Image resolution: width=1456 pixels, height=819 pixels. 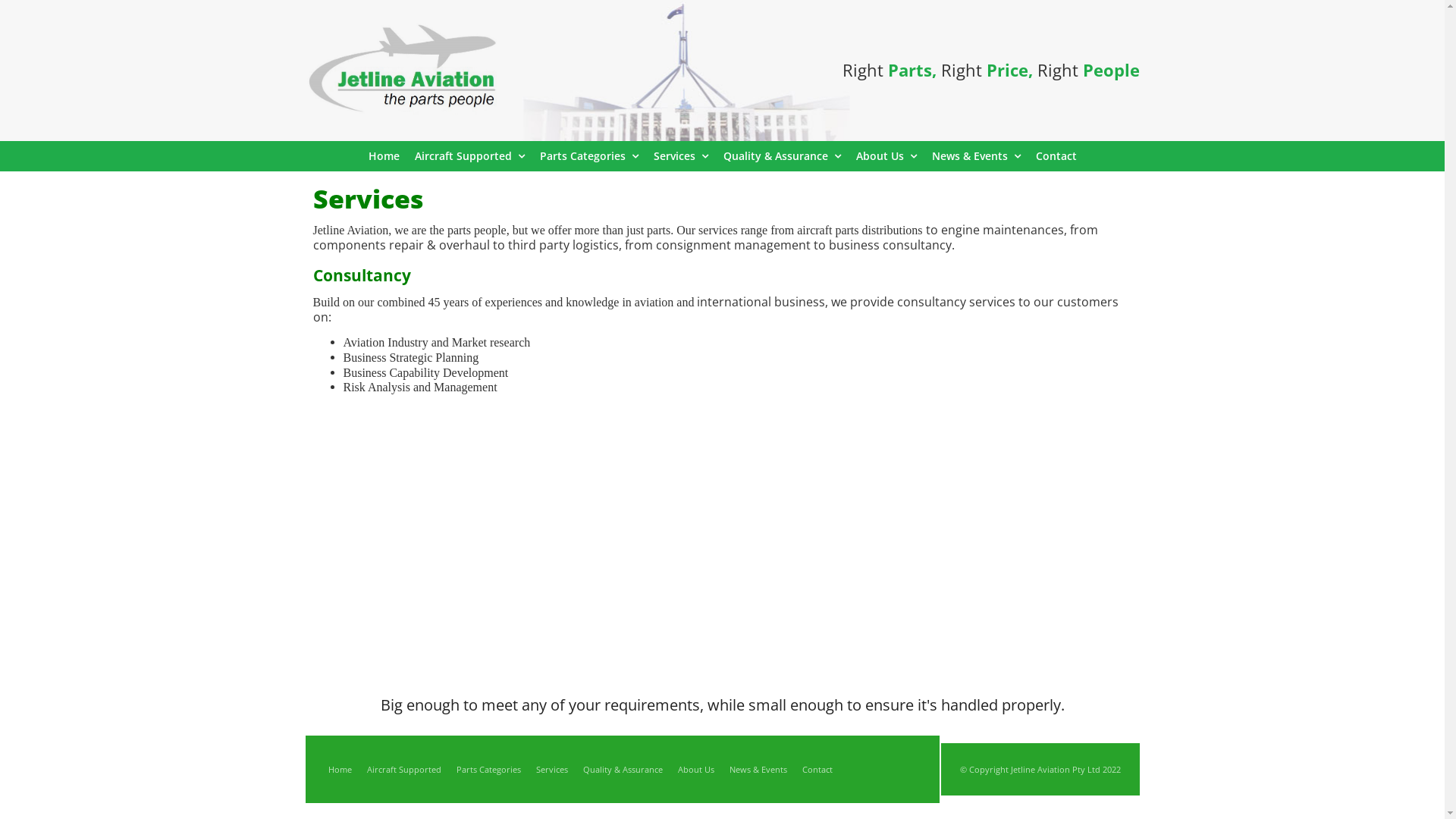 What do you see at coordinates (695, 769) in the screenshot?
I see `'About Us'` at bounding box center [695, 769].